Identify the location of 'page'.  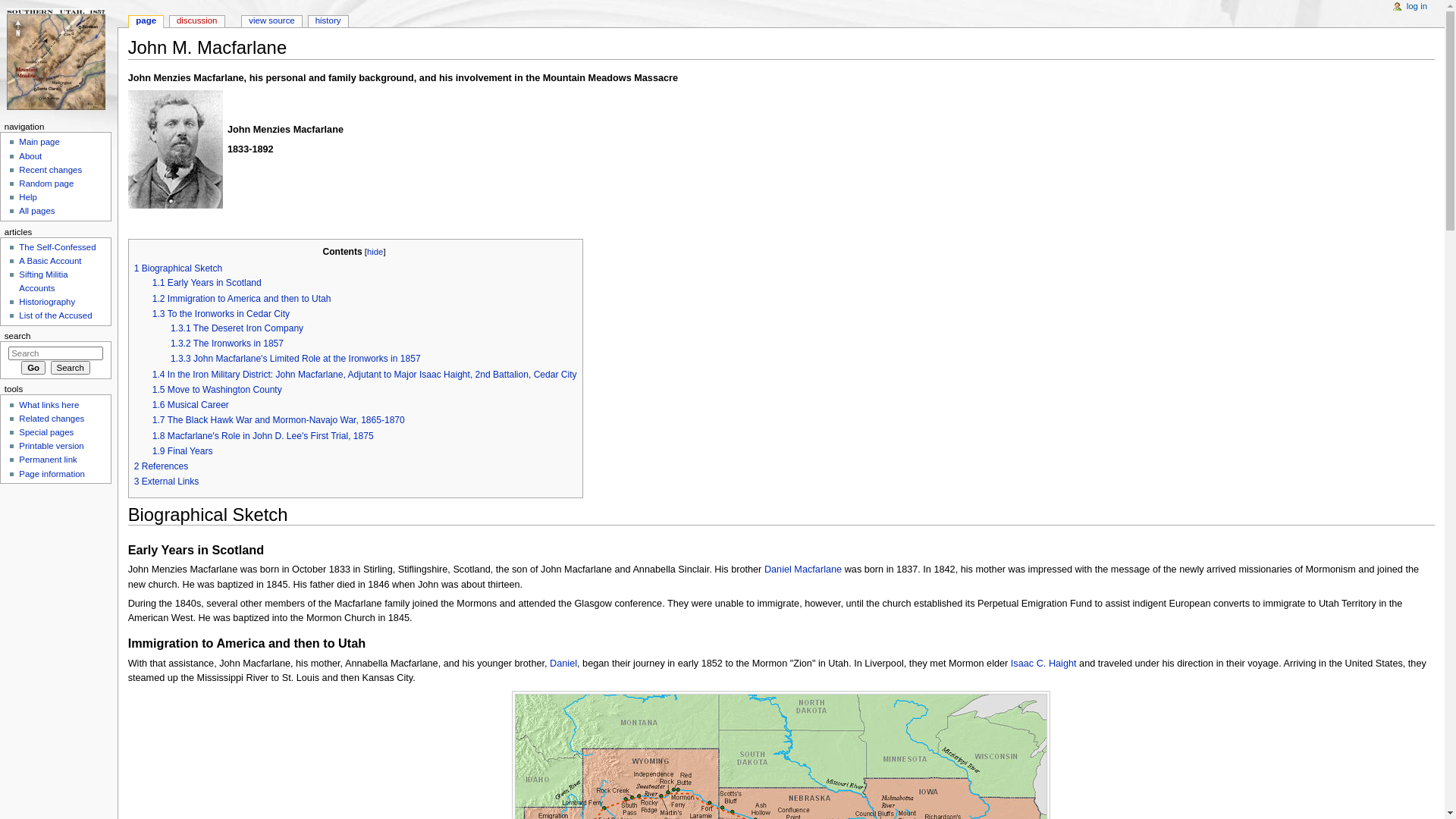
(146, 21).